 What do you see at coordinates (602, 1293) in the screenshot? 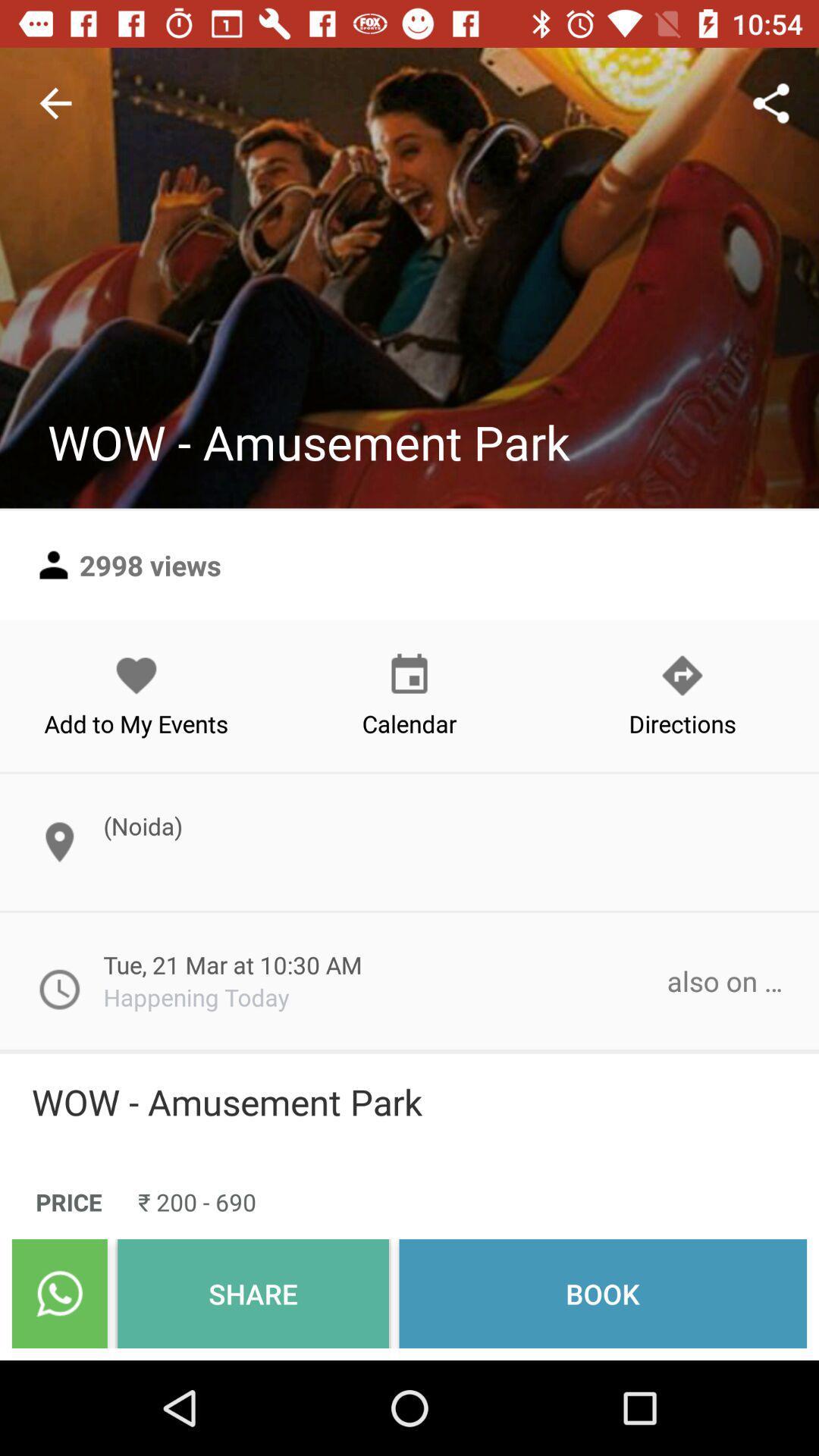
I see `the icon to the right of share icon` at bounding box center [602, 1293].